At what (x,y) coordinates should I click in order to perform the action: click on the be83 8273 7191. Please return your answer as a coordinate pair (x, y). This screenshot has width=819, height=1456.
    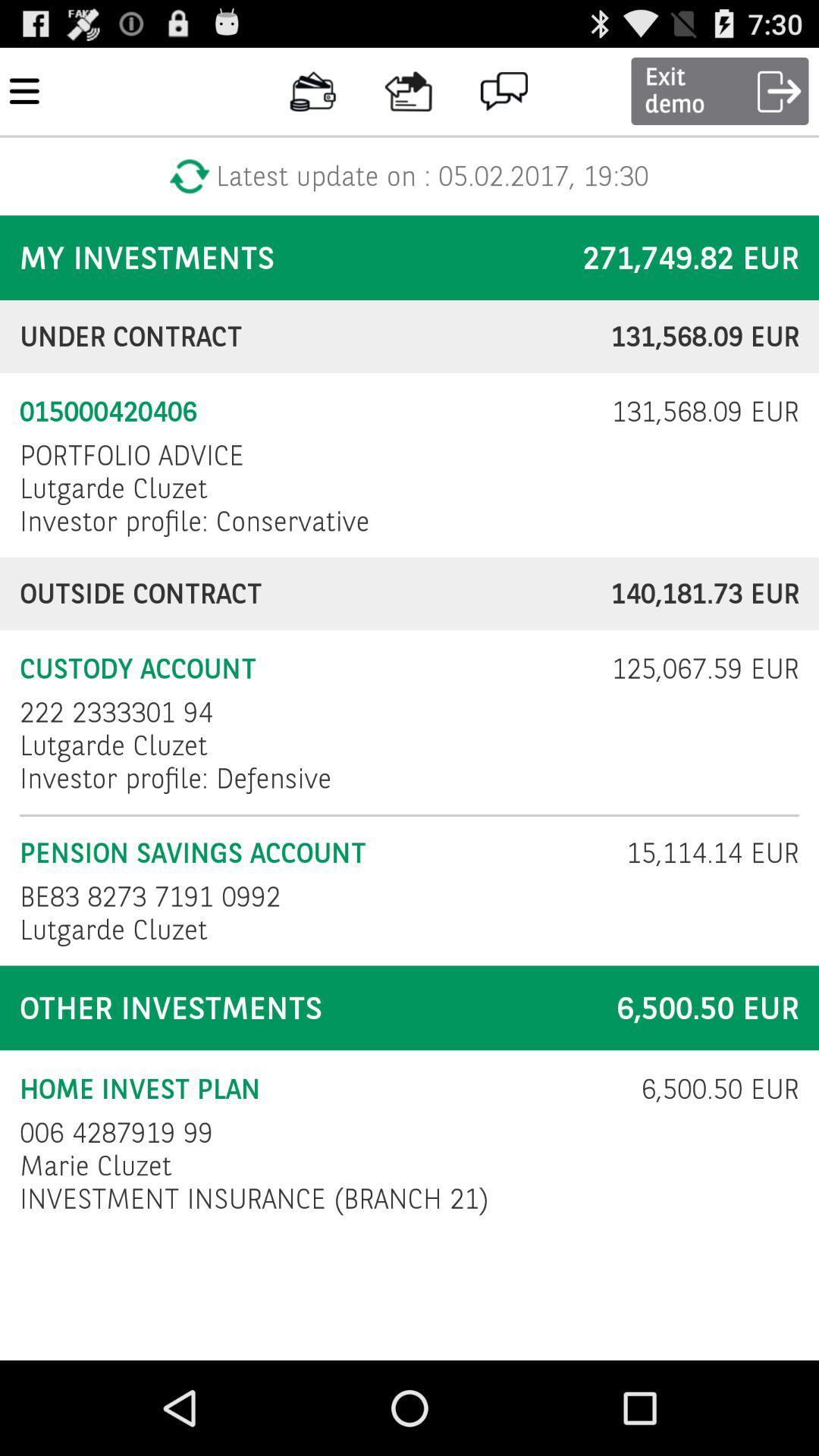
    Looking at the image, I should click on (154, 896).